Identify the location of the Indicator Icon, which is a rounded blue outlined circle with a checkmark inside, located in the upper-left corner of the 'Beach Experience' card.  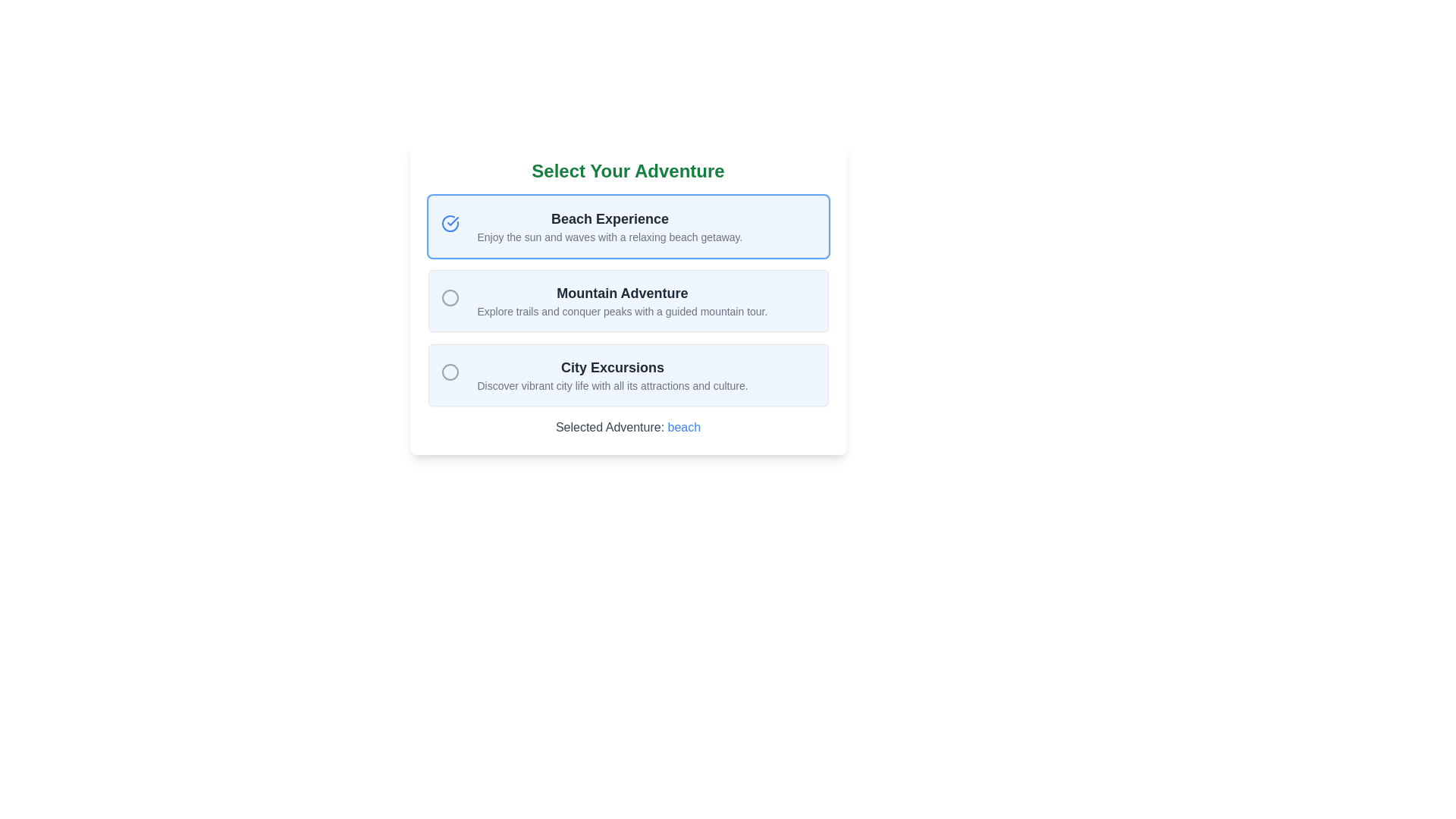
(452, 227).